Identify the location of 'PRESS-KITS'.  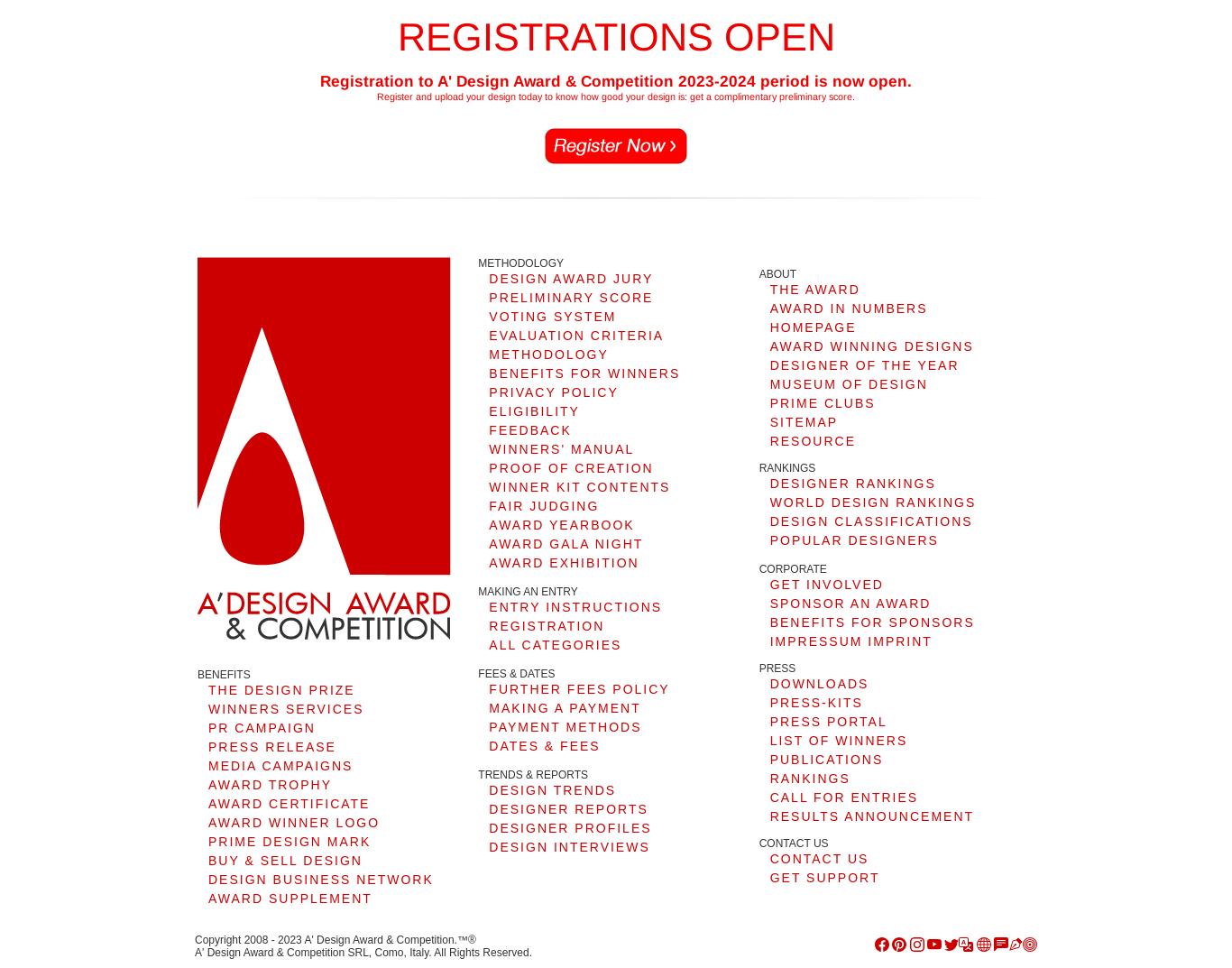
(814, 702).